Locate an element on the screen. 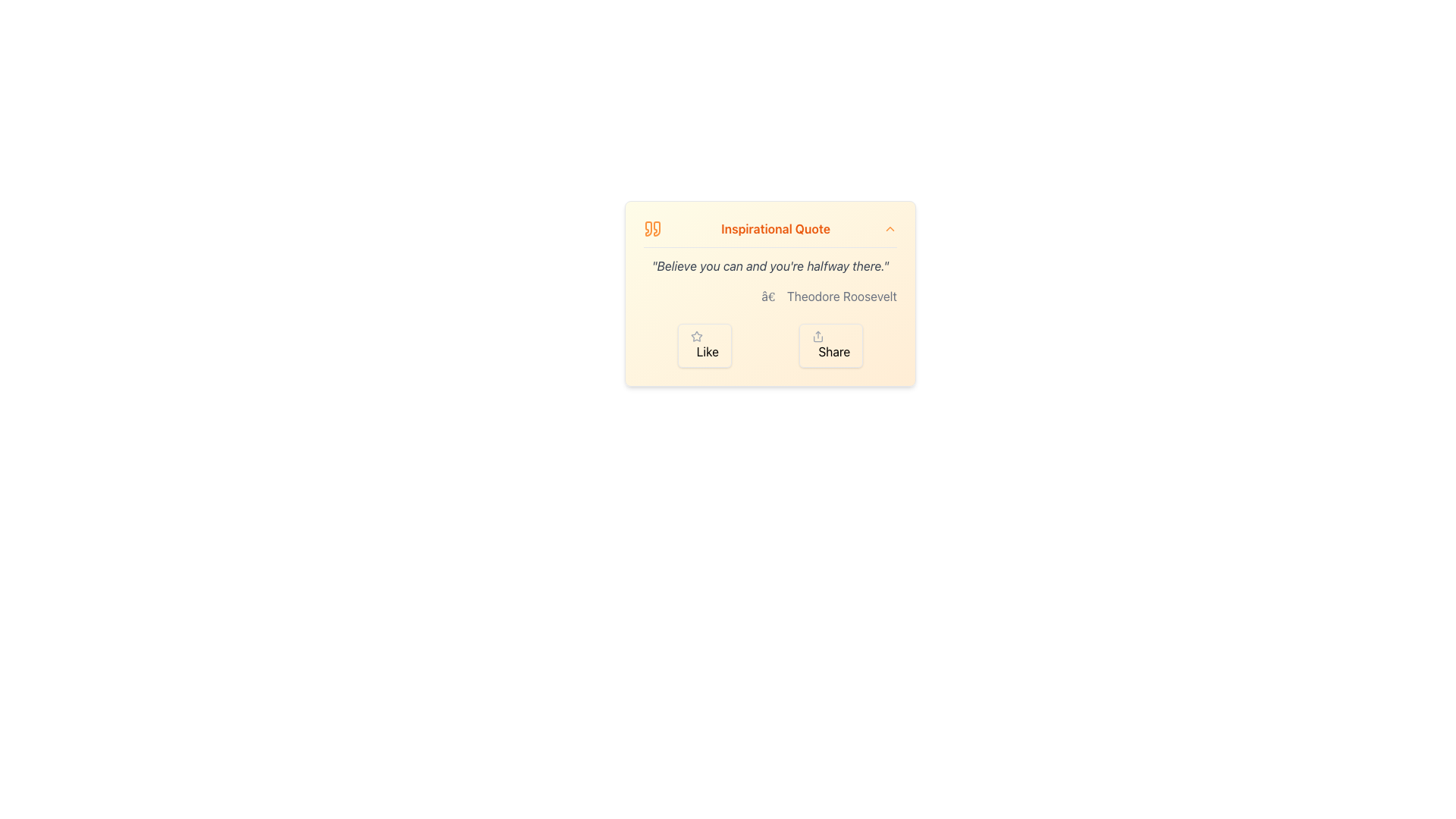  the leftmost quotation mark icon located at the top-left of the card interface header, which precedes the title 'Inspirational Quote' is located at coordinates (648, 228).